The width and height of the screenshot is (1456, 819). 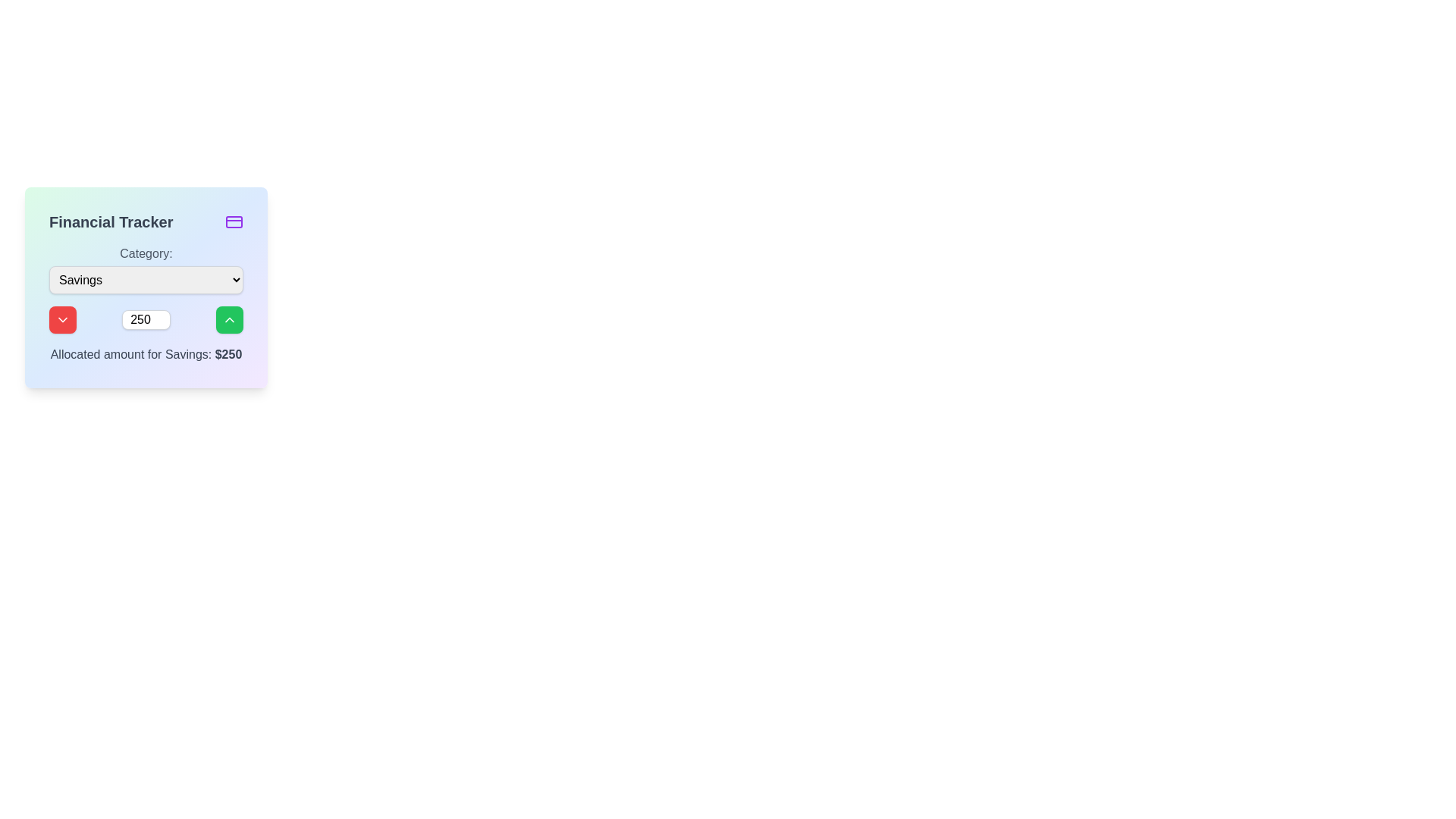 What do you see at coordinates (227, 354) in the screenshot?
I see `displayed value for the allocated financial amount set for Savings, which is located at the bottom-right of the Financial Tracker widget, embedded within the sentence 'Allocated amount for Savings: $250'` at bounding box center [227, 354].